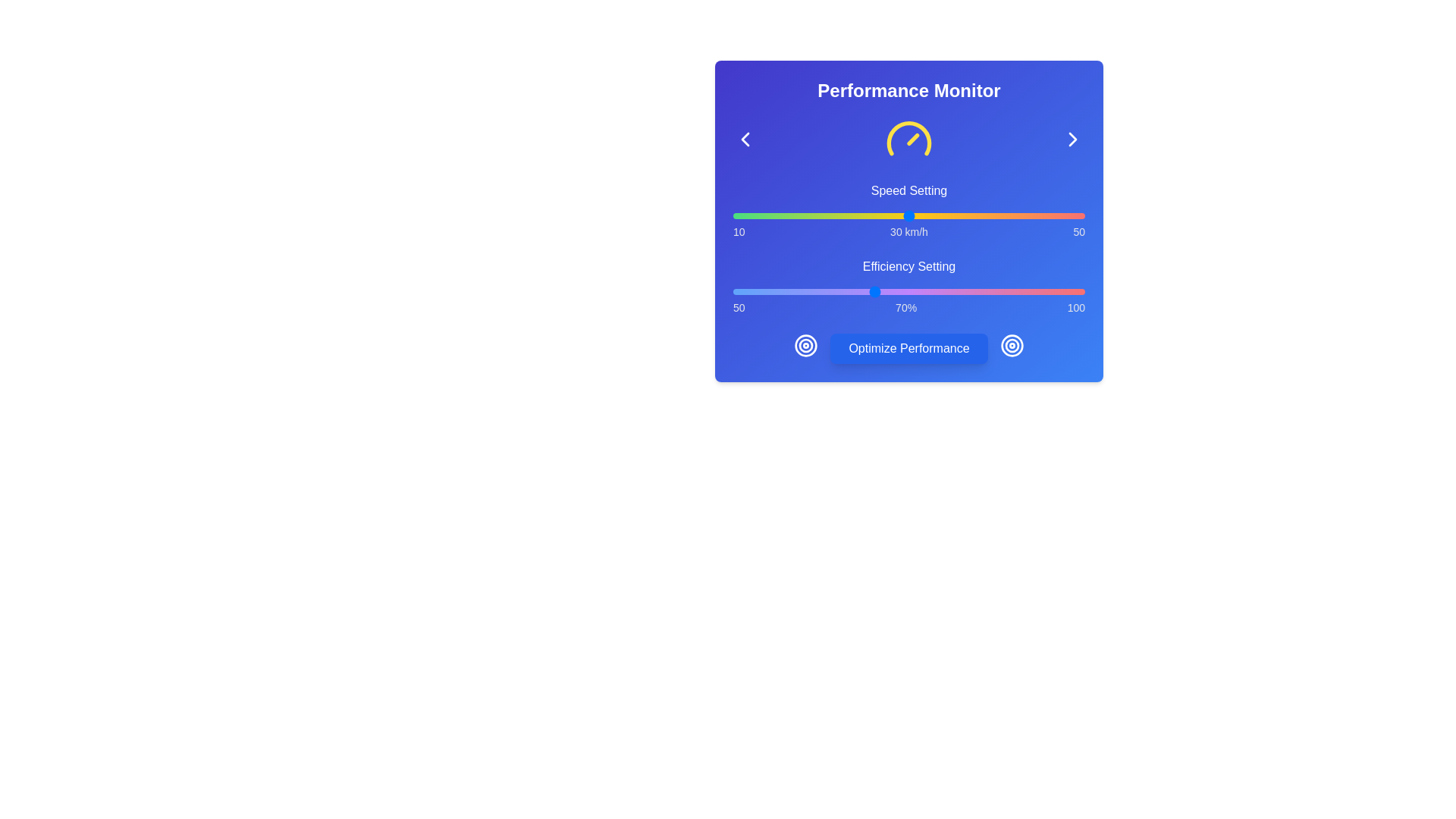 The height and width of the screenshot is (819, 1456). Describe the element at coordinates (1021, 292) in the screenshot. I see `the Efficiency slider to set the efficiency to 91%` at that location.